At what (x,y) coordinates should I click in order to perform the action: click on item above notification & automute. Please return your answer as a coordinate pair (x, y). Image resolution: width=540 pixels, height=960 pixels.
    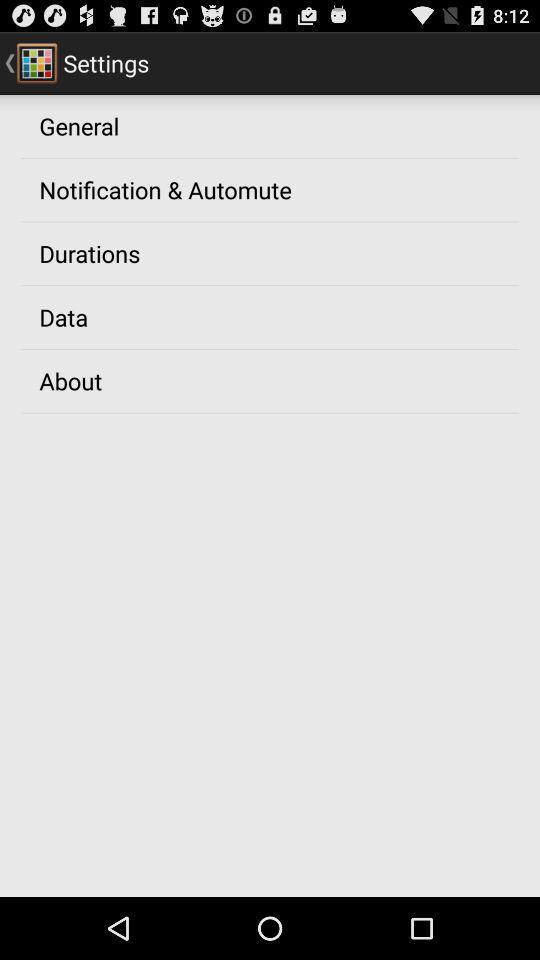
    Looking at the image, I should click on (78, 124).